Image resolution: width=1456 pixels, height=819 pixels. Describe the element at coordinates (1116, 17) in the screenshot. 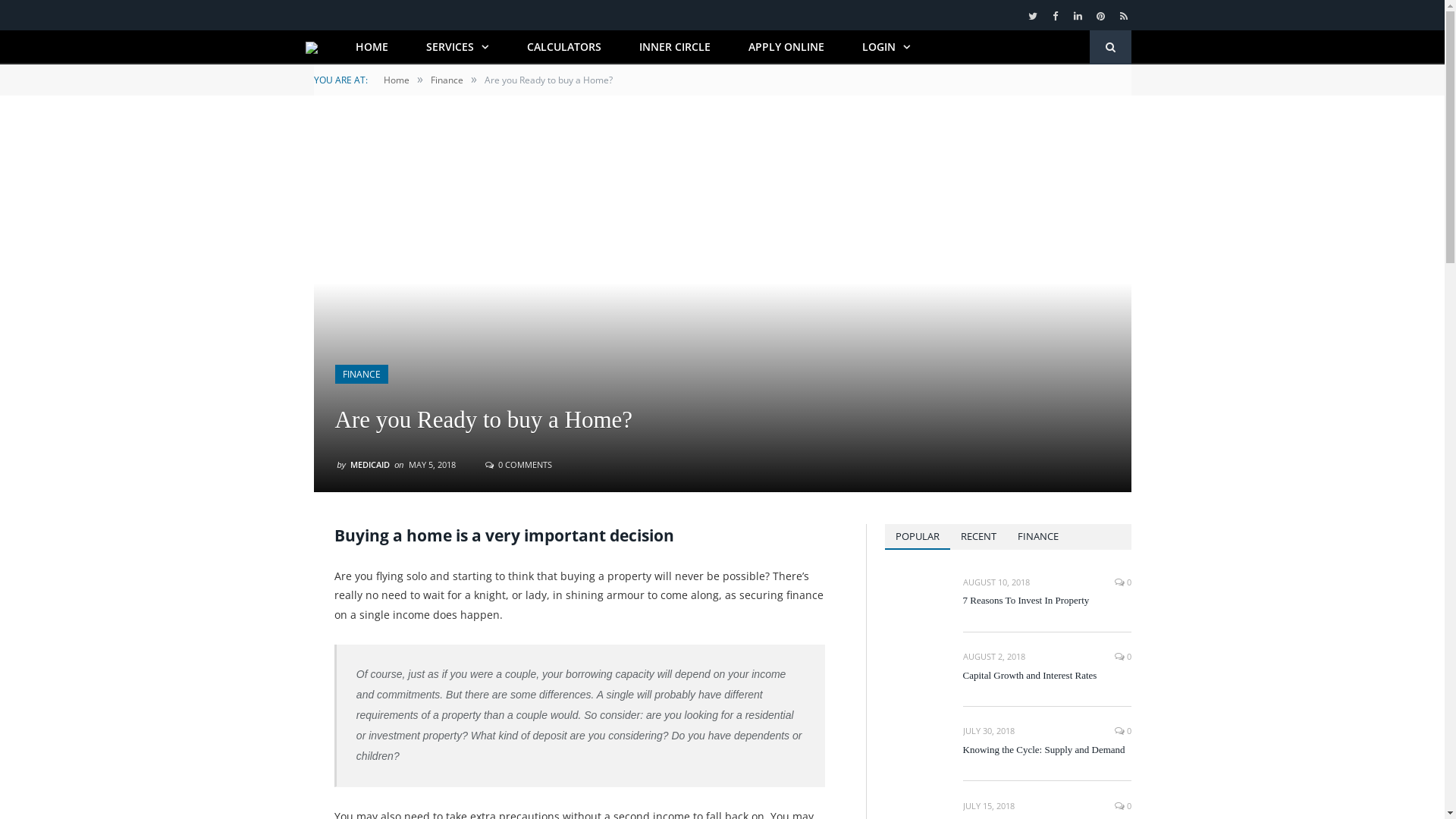

I see `'RSS'` at that location.